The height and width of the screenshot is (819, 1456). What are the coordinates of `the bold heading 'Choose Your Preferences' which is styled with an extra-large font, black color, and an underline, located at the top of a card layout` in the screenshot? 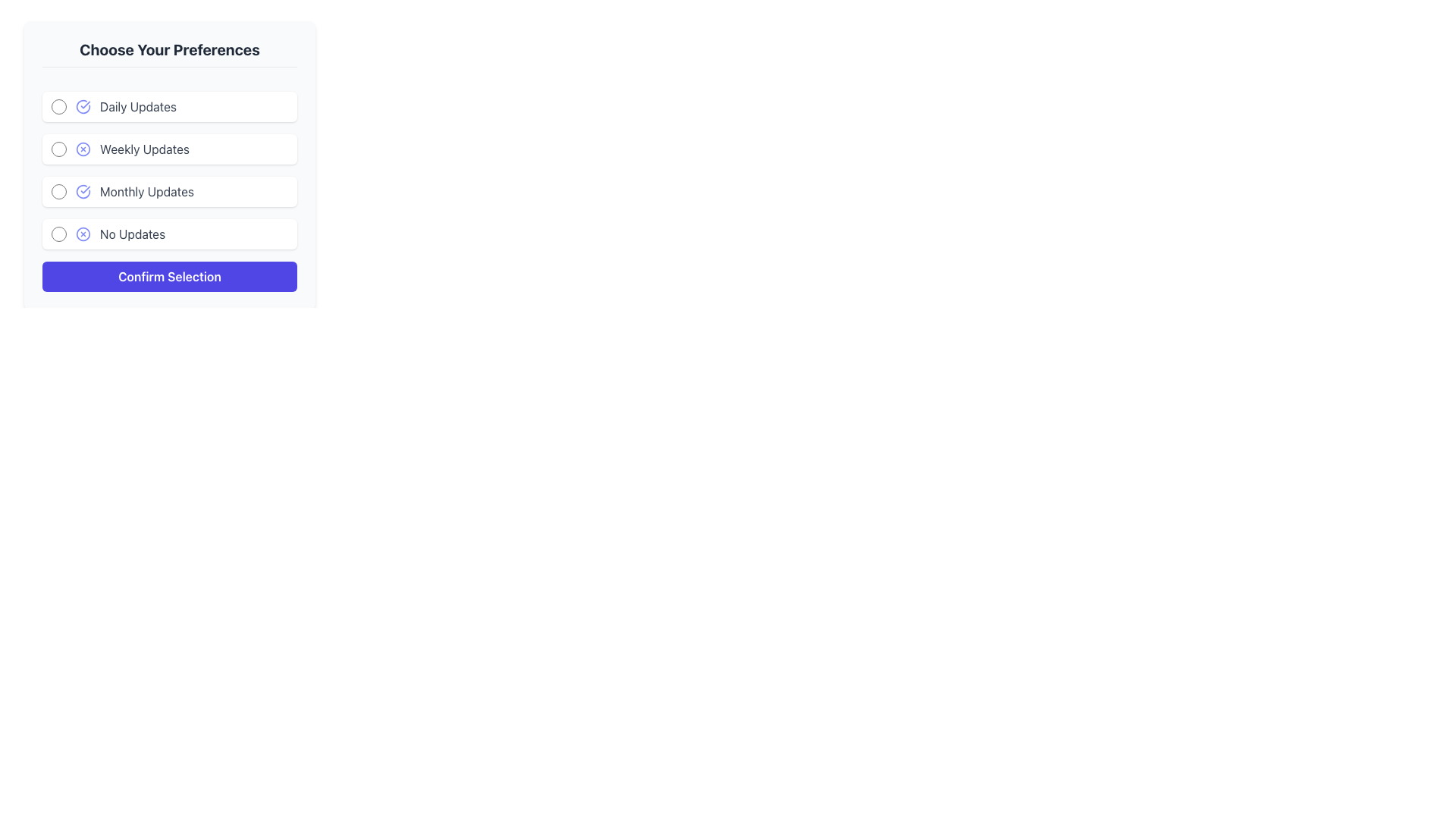 It's located at (170, 52).